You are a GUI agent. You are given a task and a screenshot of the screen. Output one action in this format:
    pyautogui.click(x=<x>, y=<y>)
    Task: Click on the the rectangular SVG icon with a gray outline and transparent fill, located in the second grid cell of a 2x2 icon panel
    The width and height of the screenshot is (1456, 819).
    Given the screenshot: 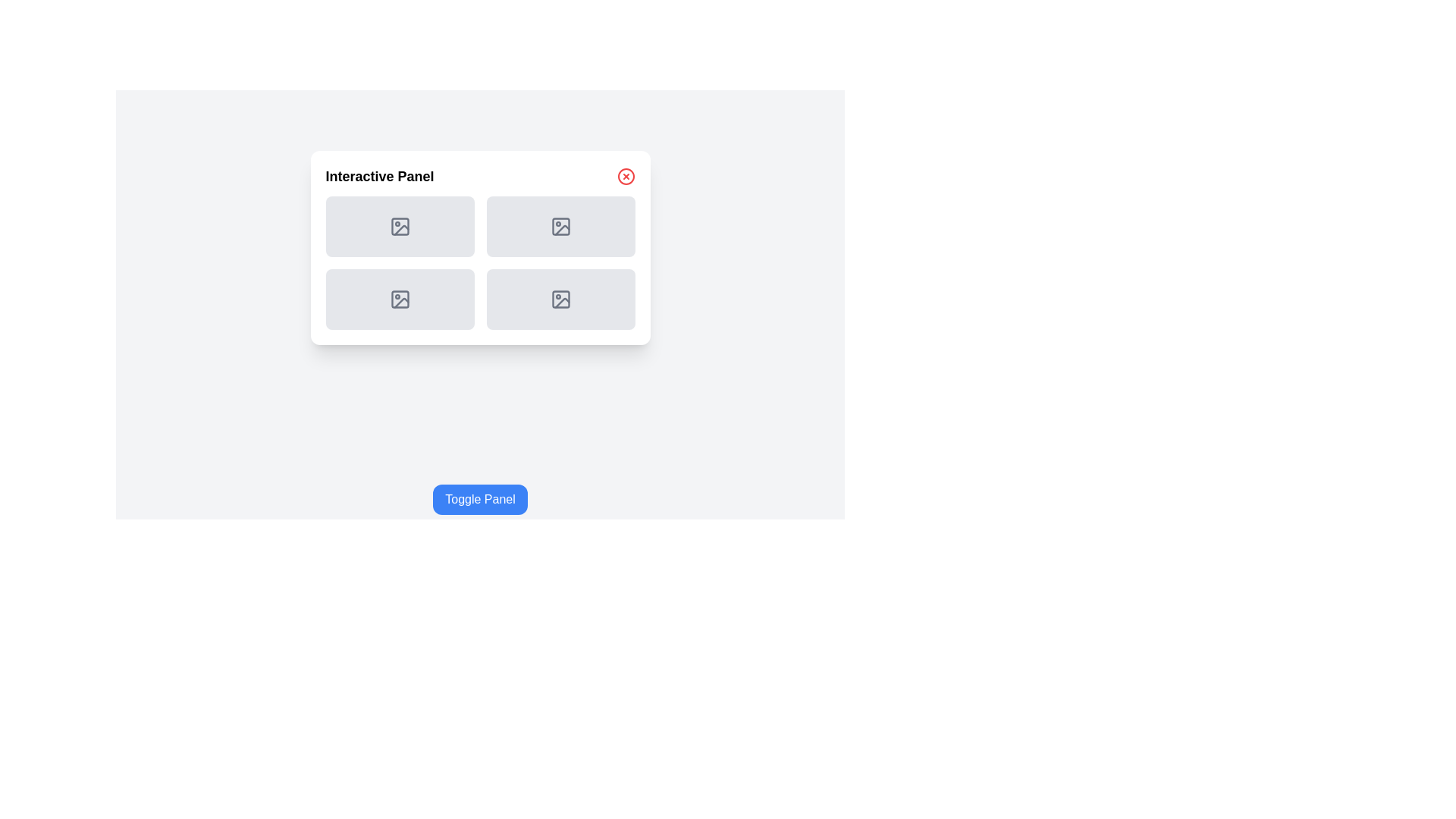 What is the action you would take?
    pyautogui.click(x=560, y=227)
    